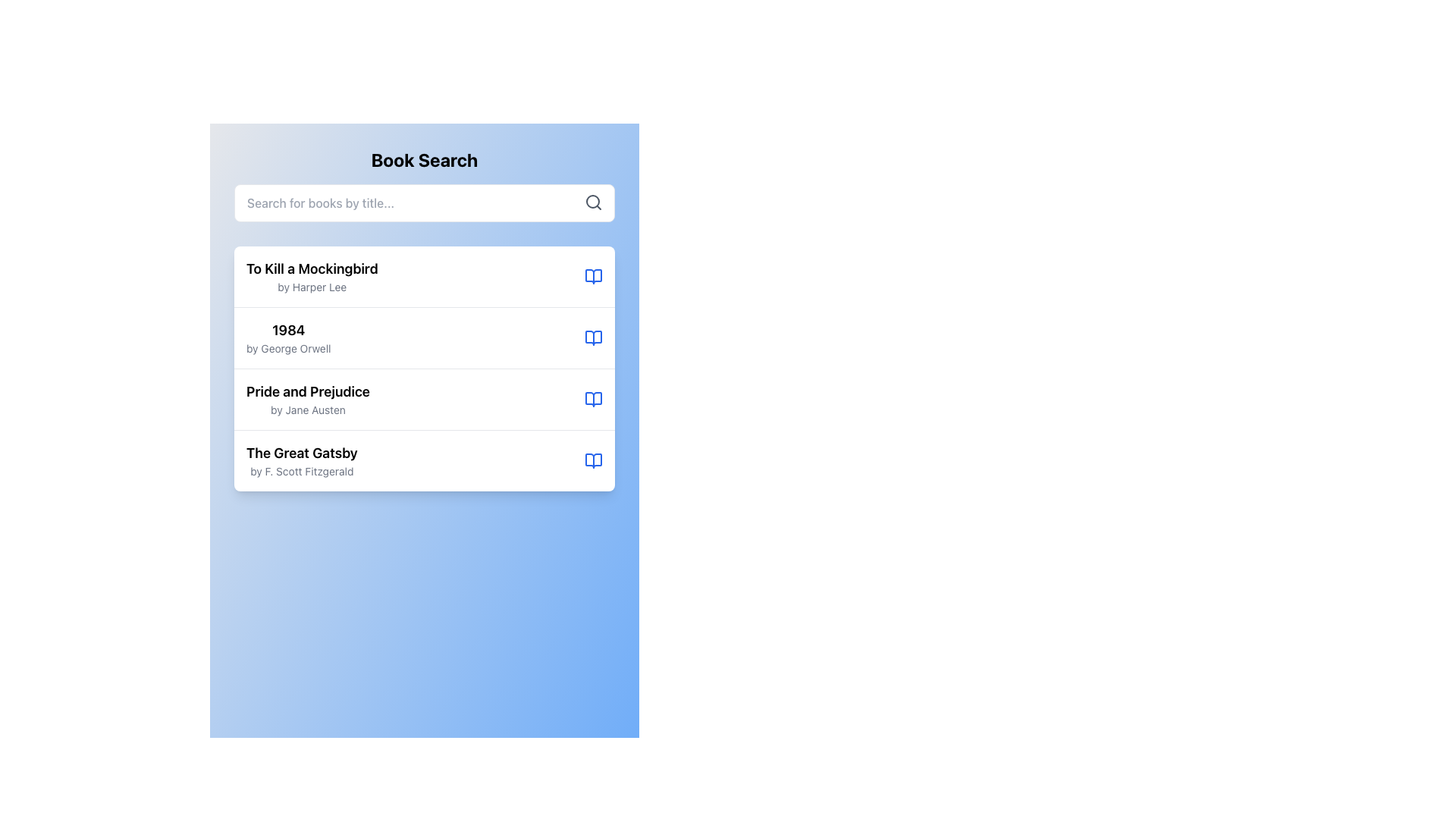  I want to click on the text display element that shows the title and author of a book, located under the search bar and above other entries in the list, so click(311, 277).